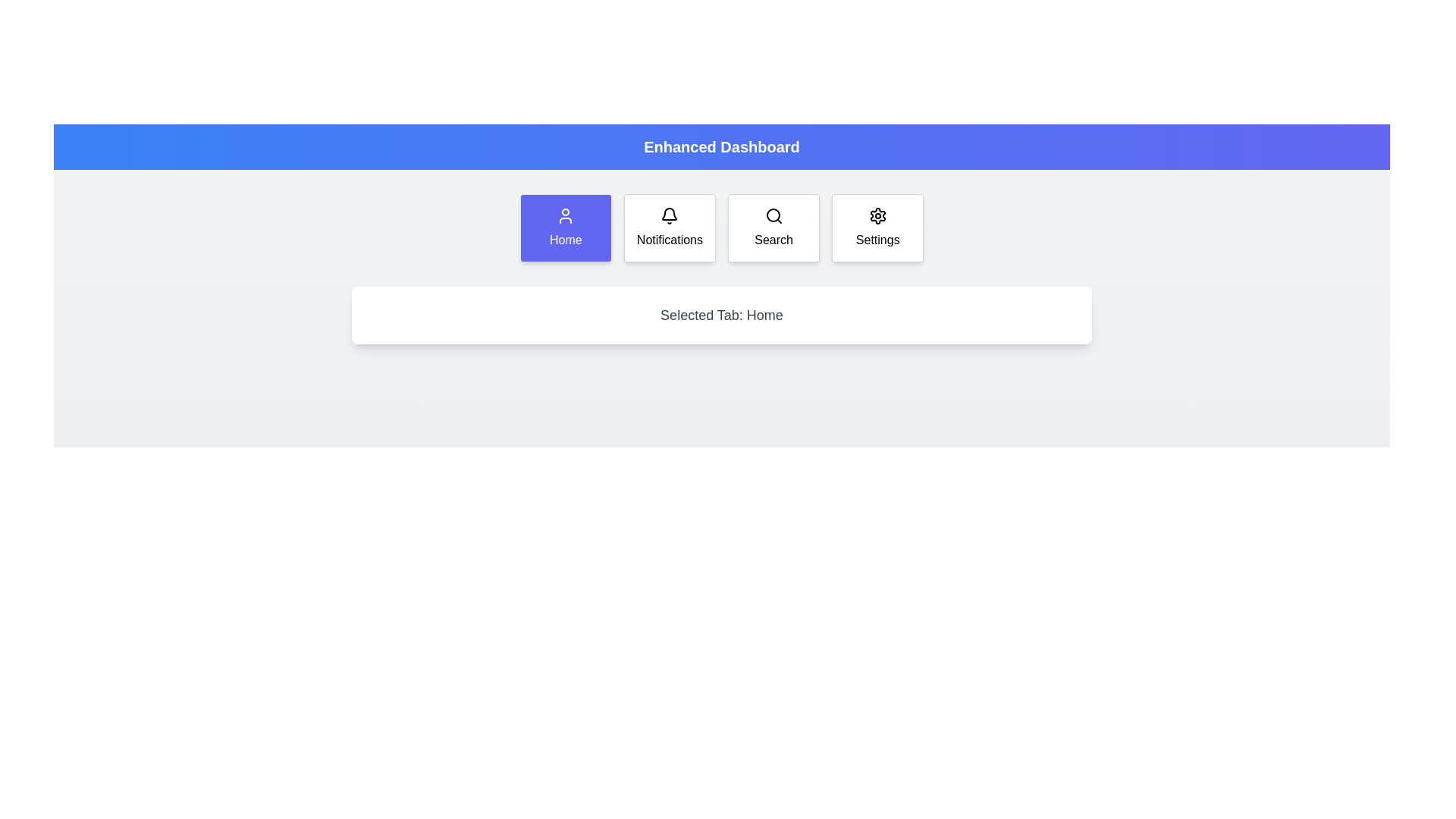 The width and height of the screenshot is (1456, 819). I want to click on the blue rounded button labeled 'Home', which features a white user profile icon above the text, so click(565, 227).